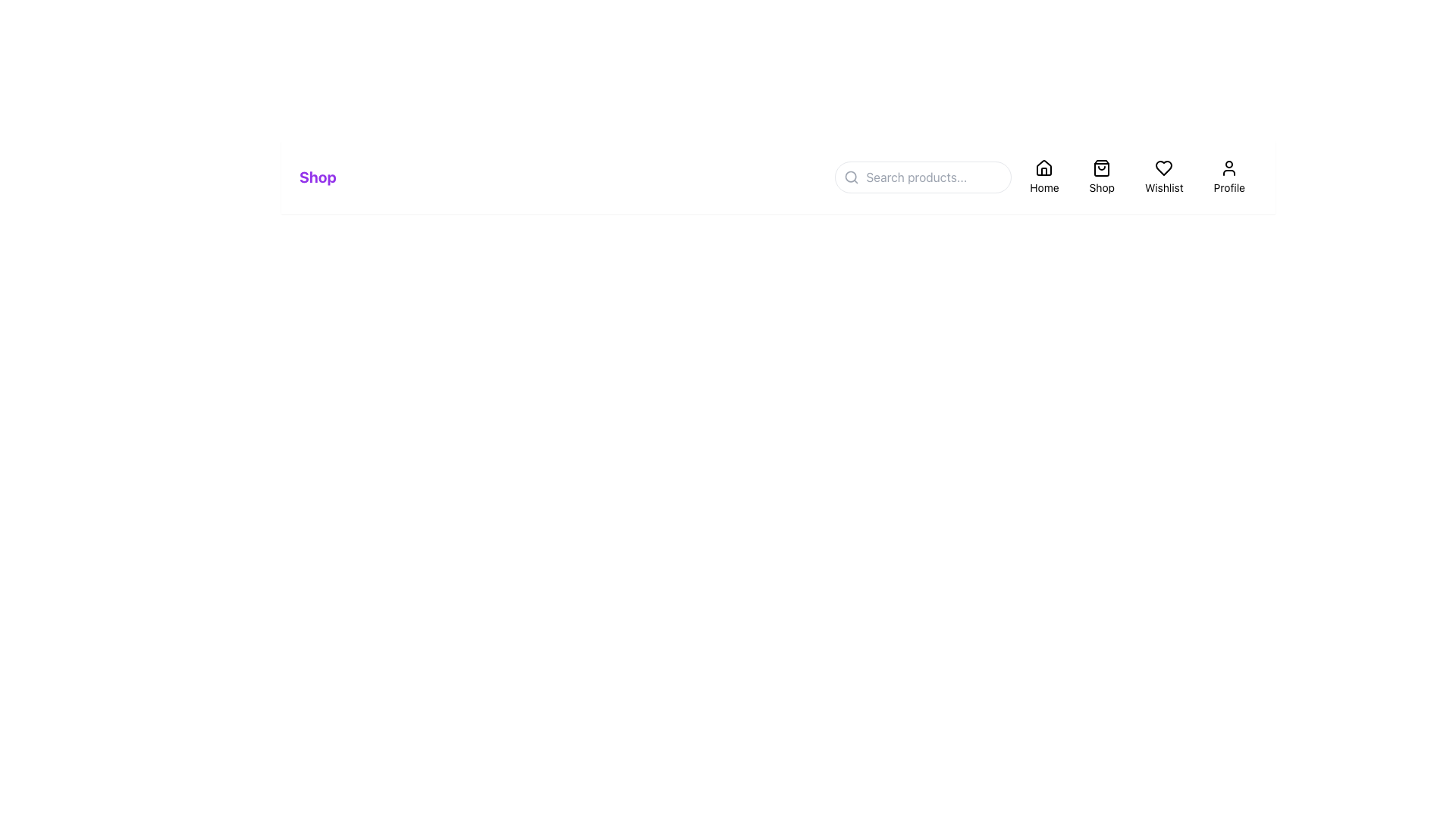 This screenshot has height=819, width=1456. What do you see at coordinates (1102, 168) in the screenshot?
I see `the 'Shop' icon in the navigation menu` at bounding box center [1102, 168].